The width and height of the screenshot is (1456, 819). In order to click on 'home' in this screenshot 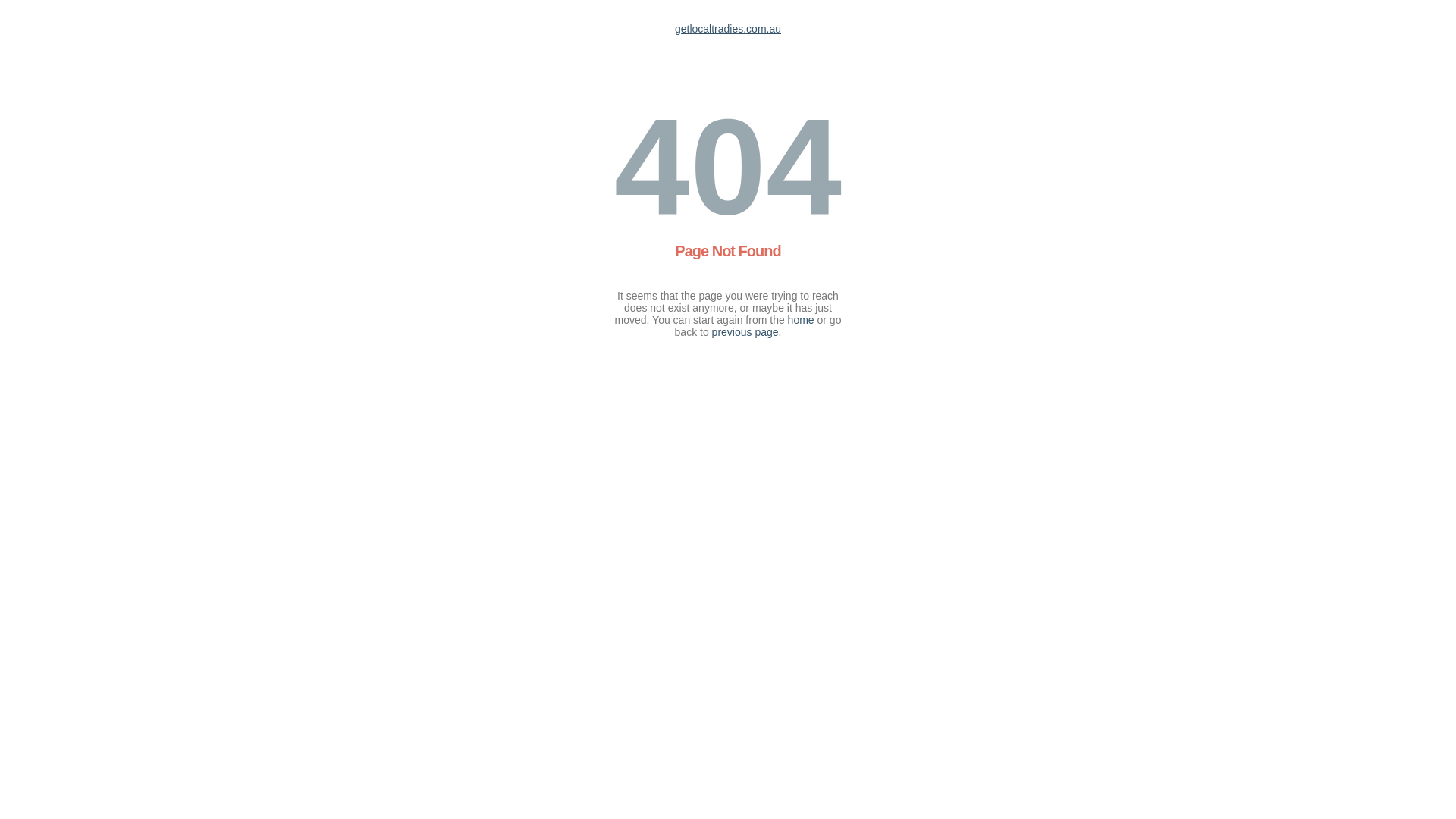, I will do `click(800, 318)`.